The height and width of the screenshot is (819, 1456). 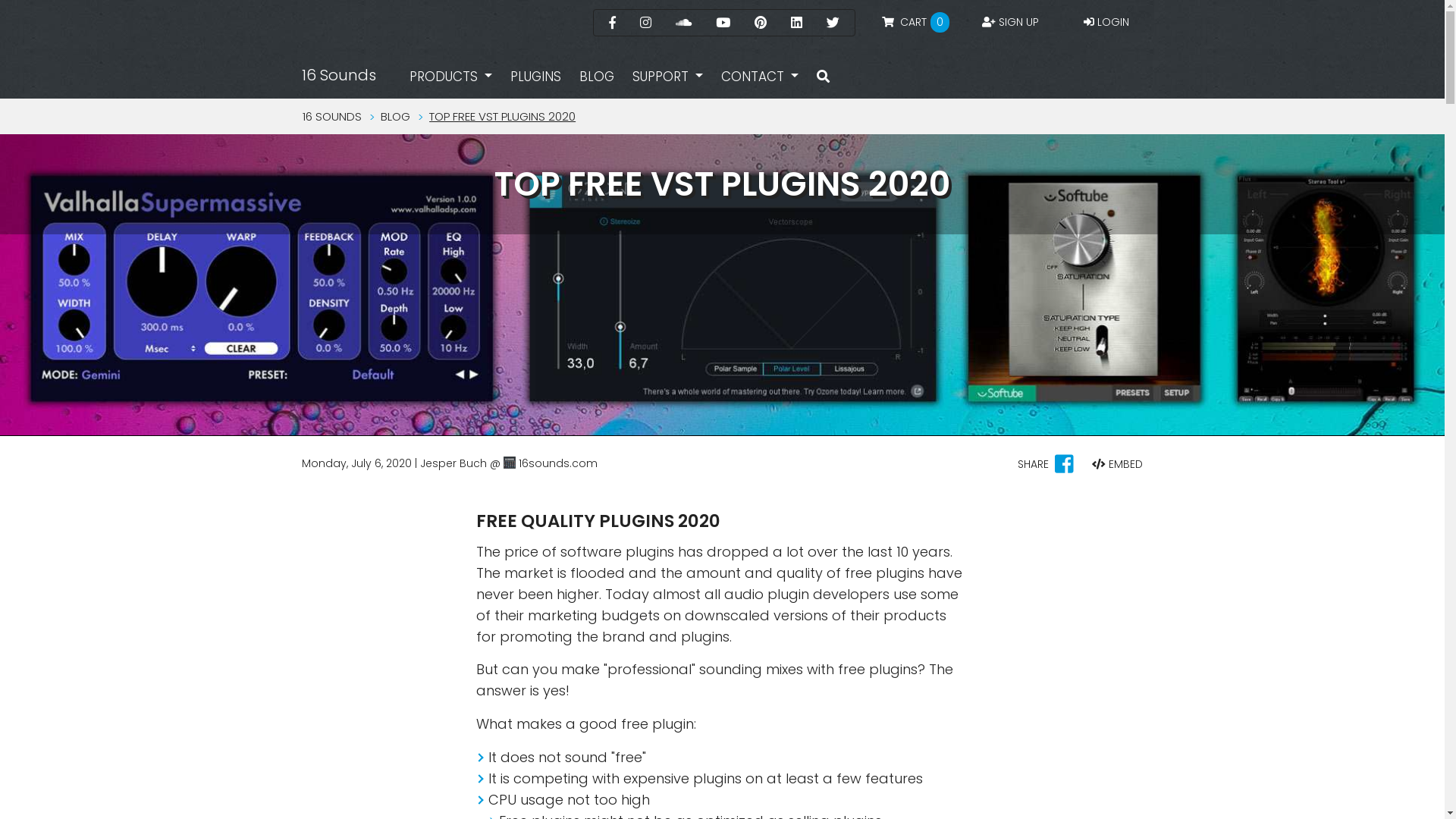 What do you see at coordinates (645, 23) in the screenshot?
I see `'Instagram'` at bounding box center [645, 23].